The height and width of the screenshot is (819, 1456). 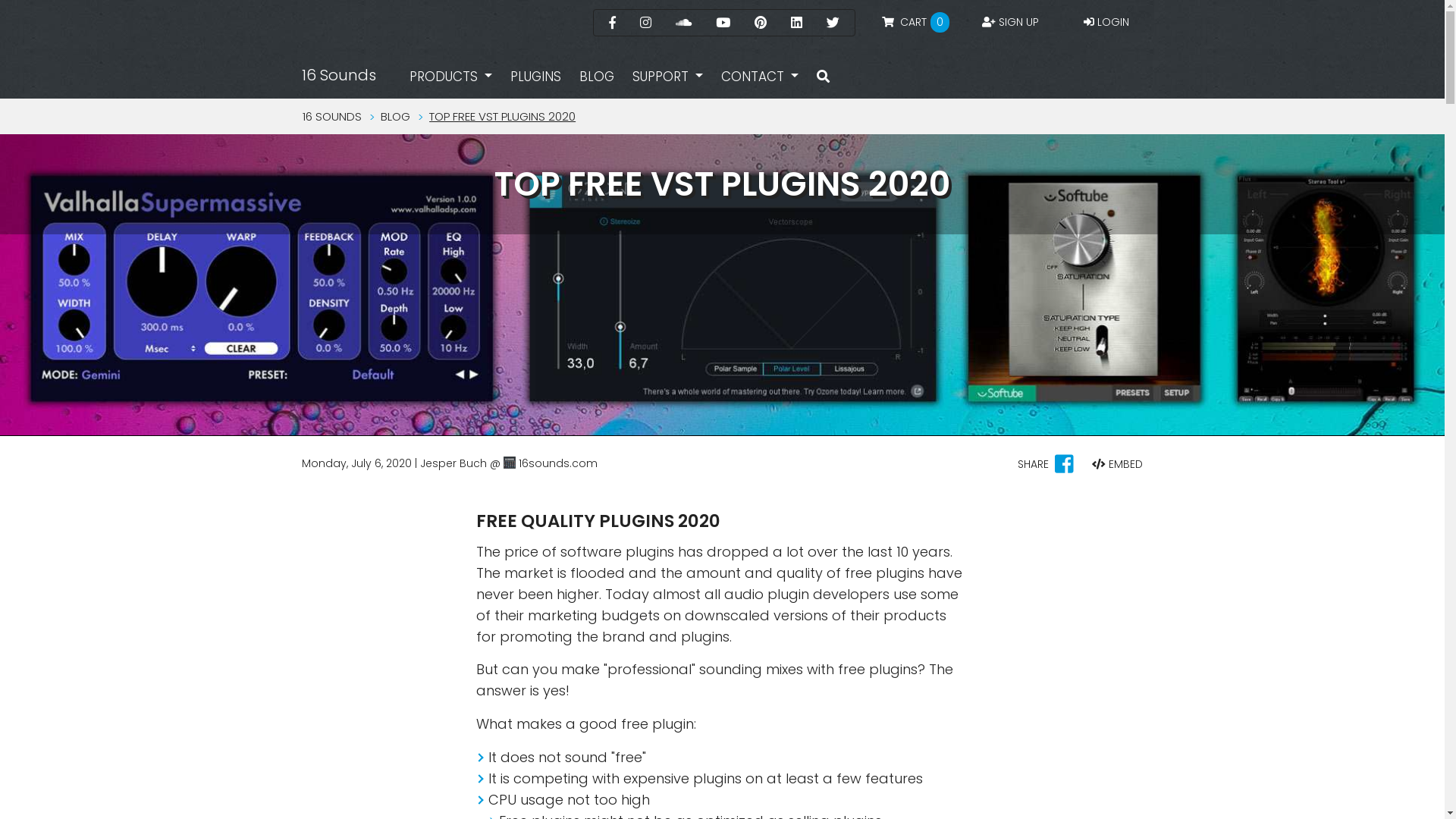 What do you see at coordinates (645, 23) in the screenshot?
I see `'Instagram'` at bounding box center [645, 23].